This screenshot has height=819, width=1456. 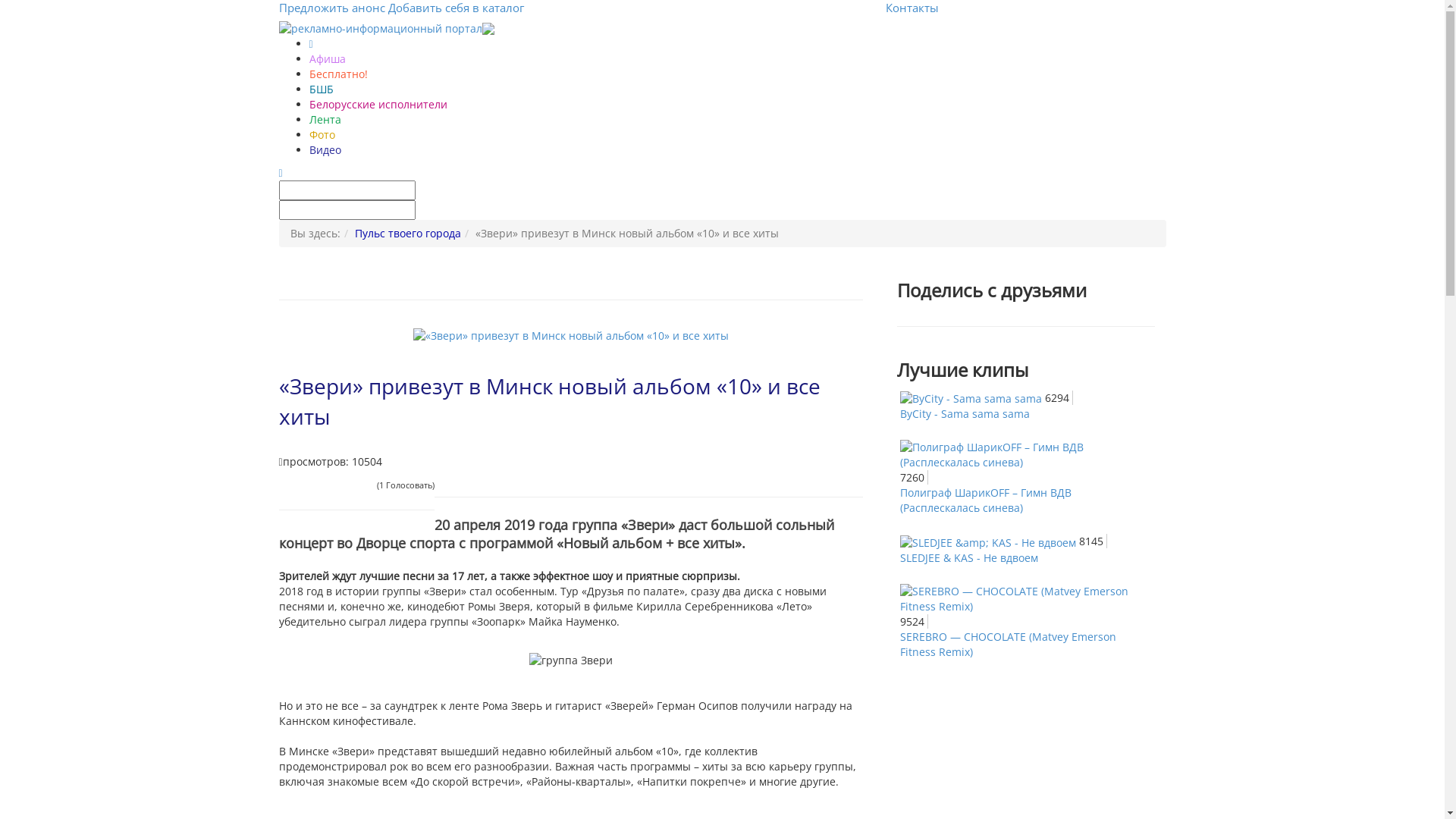 What do you see at coordinates (306, 485) in the screenshot?
I see `'3'` at bounding box center [306, 485].